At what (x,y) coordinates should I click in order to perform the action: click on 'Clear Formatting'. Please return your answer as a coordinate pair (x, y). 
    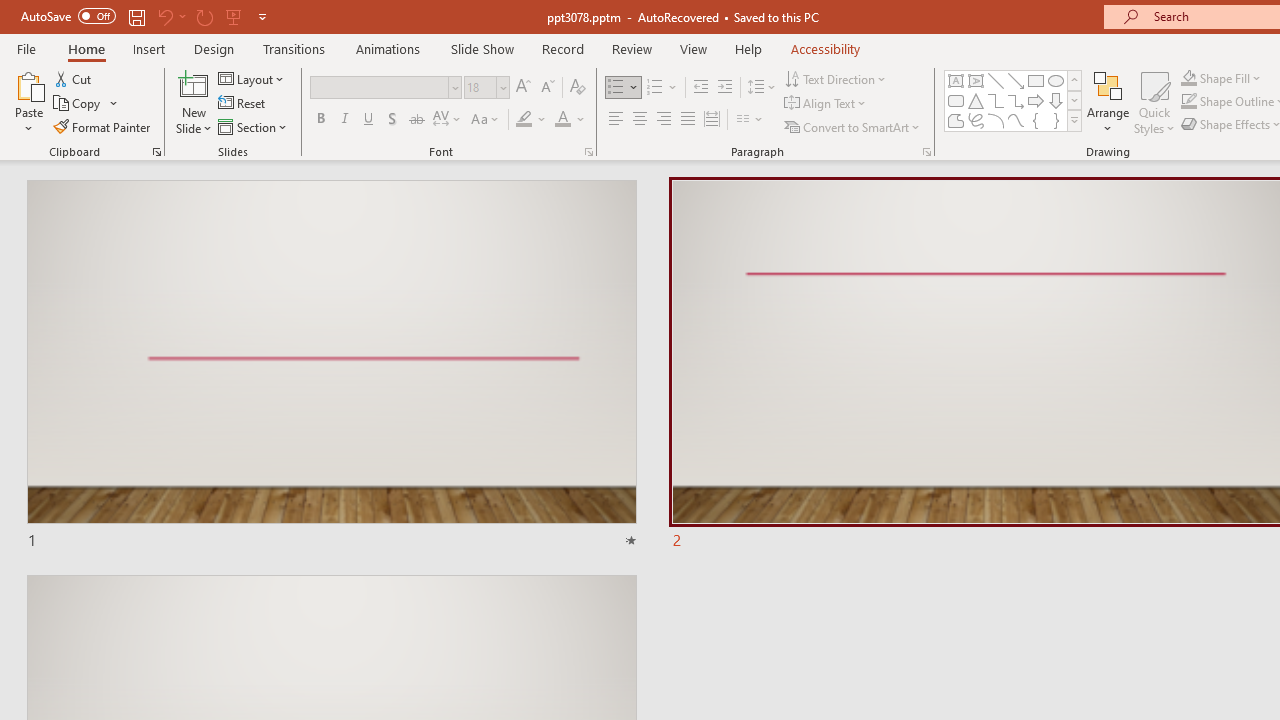
    Looking at the image, I should click on (576, 86).